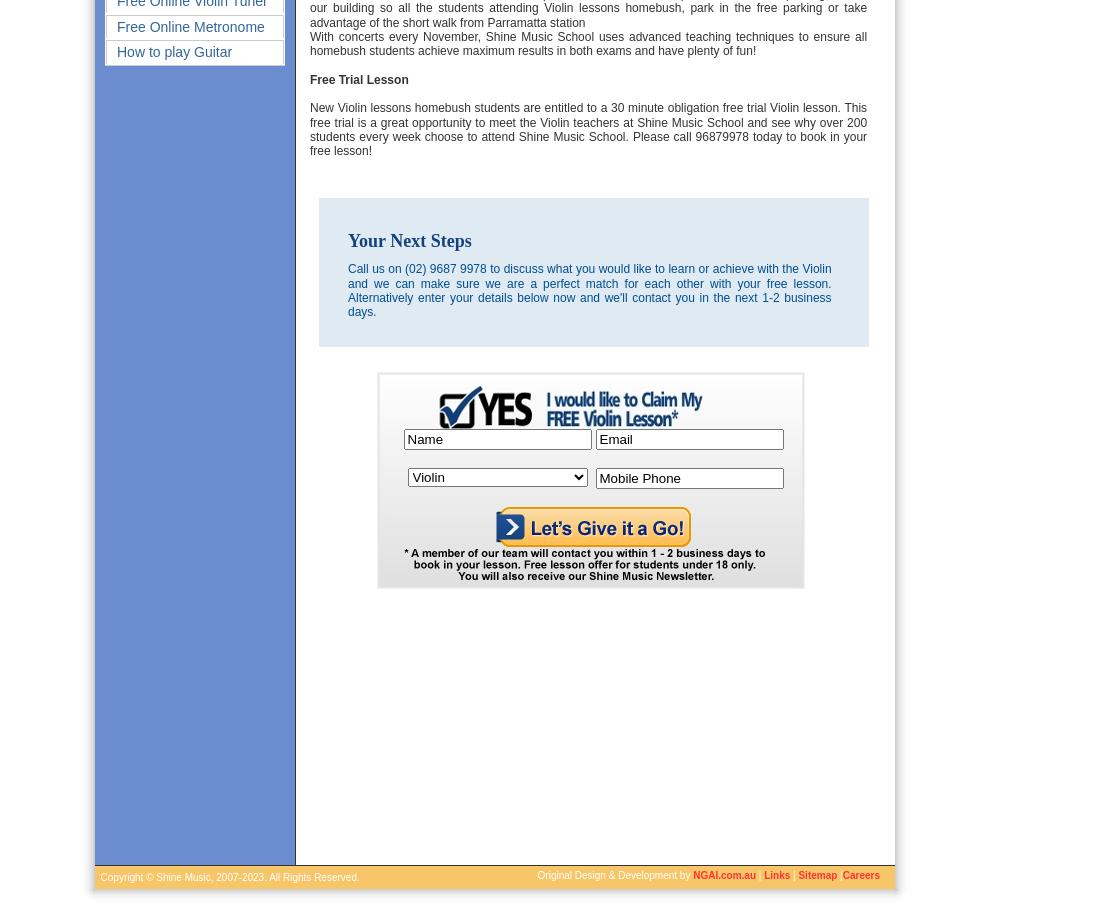  I want to click on 'With concerts every November, Shine Music School uses advanced
teaching techniques to ensure all homebush students achieve maximum results in both exams
and have plenty of fun!', so click(587, 43).